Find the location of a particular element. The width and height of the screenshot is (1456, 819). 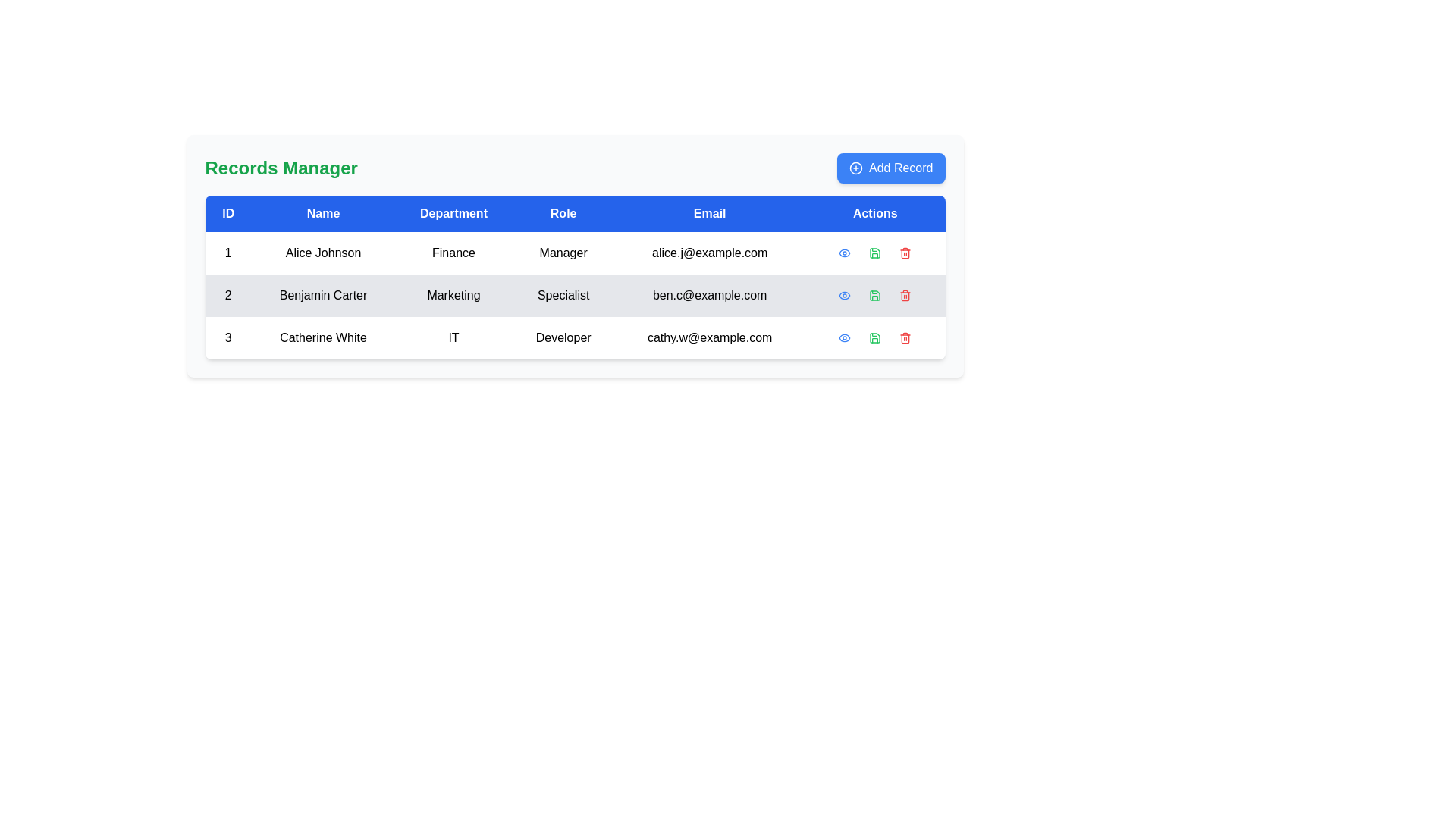

the eye icon in the 'Actions' column for the row corresponding to 'Benjamin Carter', which is typically used to denote visibility or view actions is located at coordinates (844, 253).